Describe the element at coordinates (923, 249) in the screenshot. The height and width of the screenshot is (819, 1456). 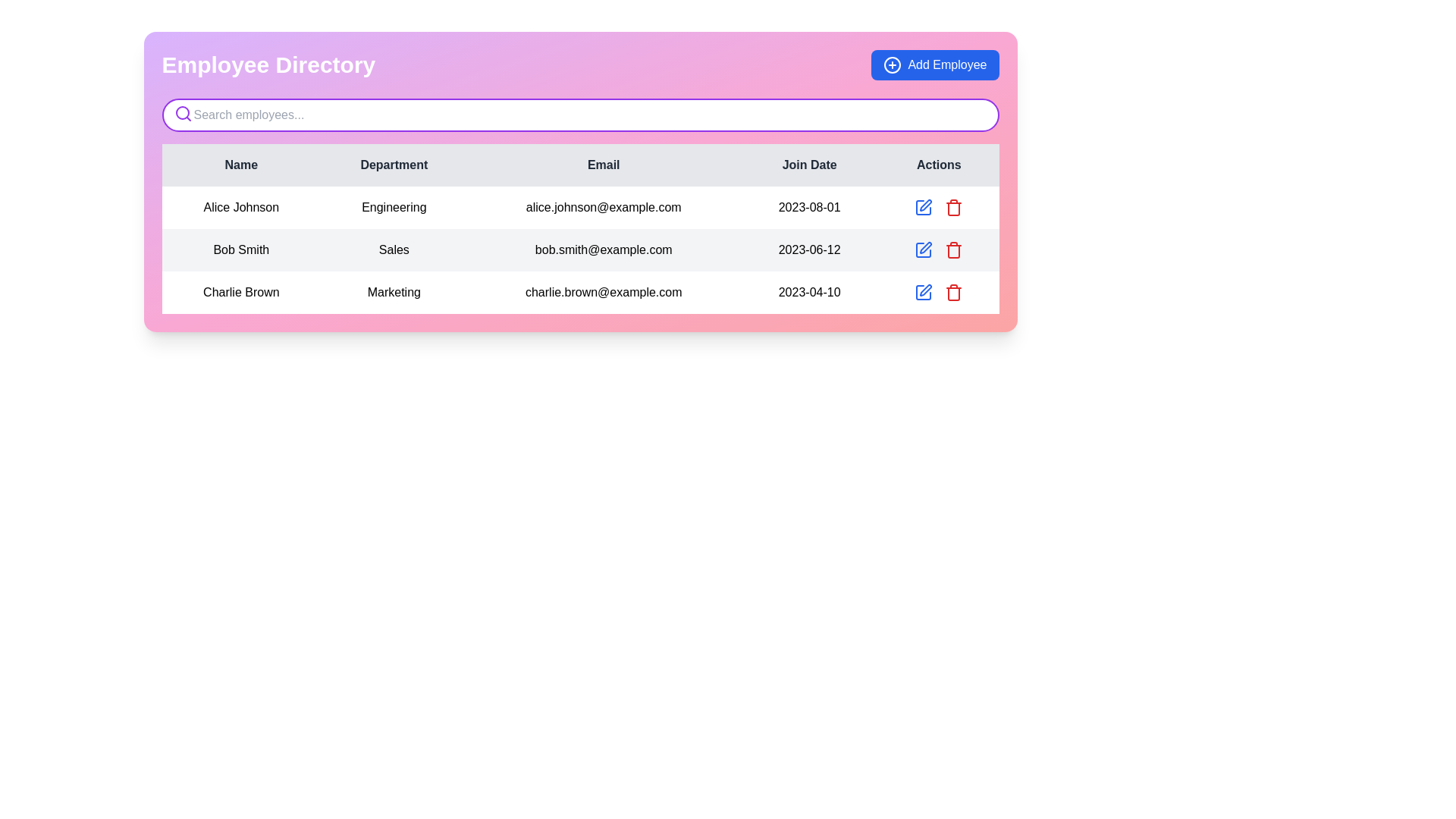
I see `the edit icon button in the 'Actions' column for 'Bob Smith'` at that location.